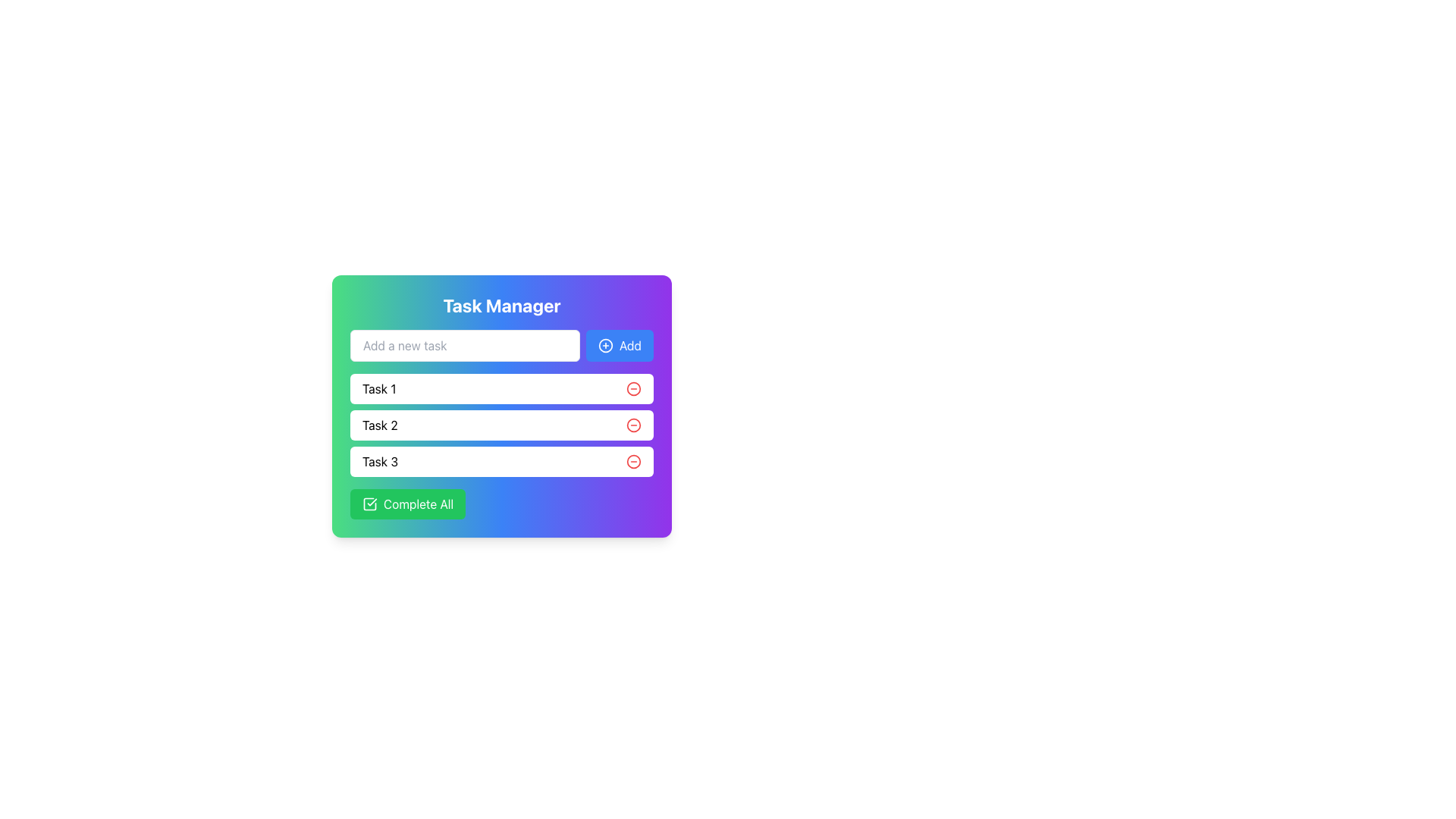 The width and height of the screenshot is (1456, 819). Describe the element at coordinates (633, 425) in the screenshot. I see `the outer circle of the 'minus' icon, which visually denotes the button's functionality, located directly to the right of the text 'Task 2'` at that location.